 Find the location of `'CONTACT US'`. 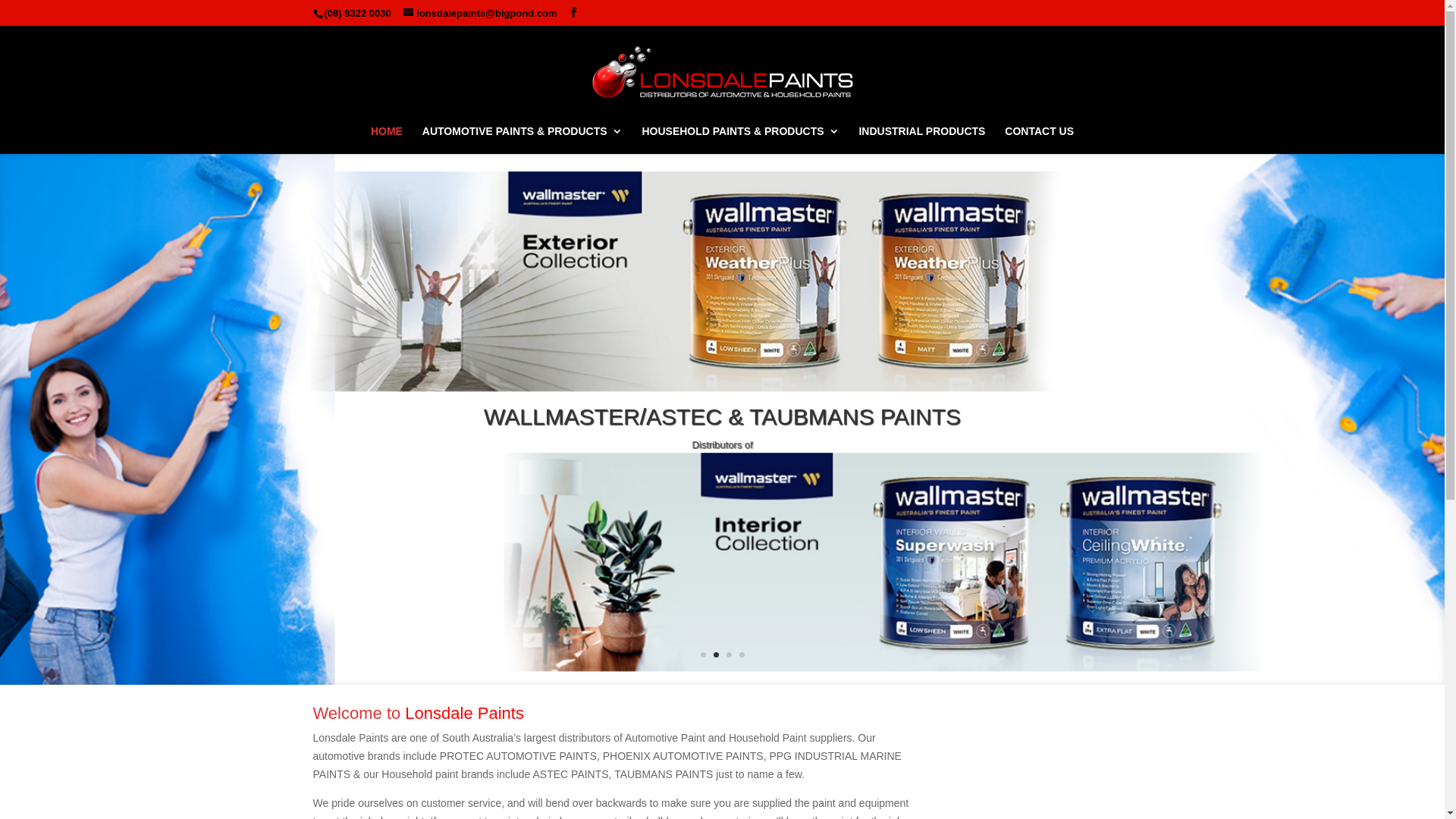

'CONTACT US' is located at coordinates (1038, 140).